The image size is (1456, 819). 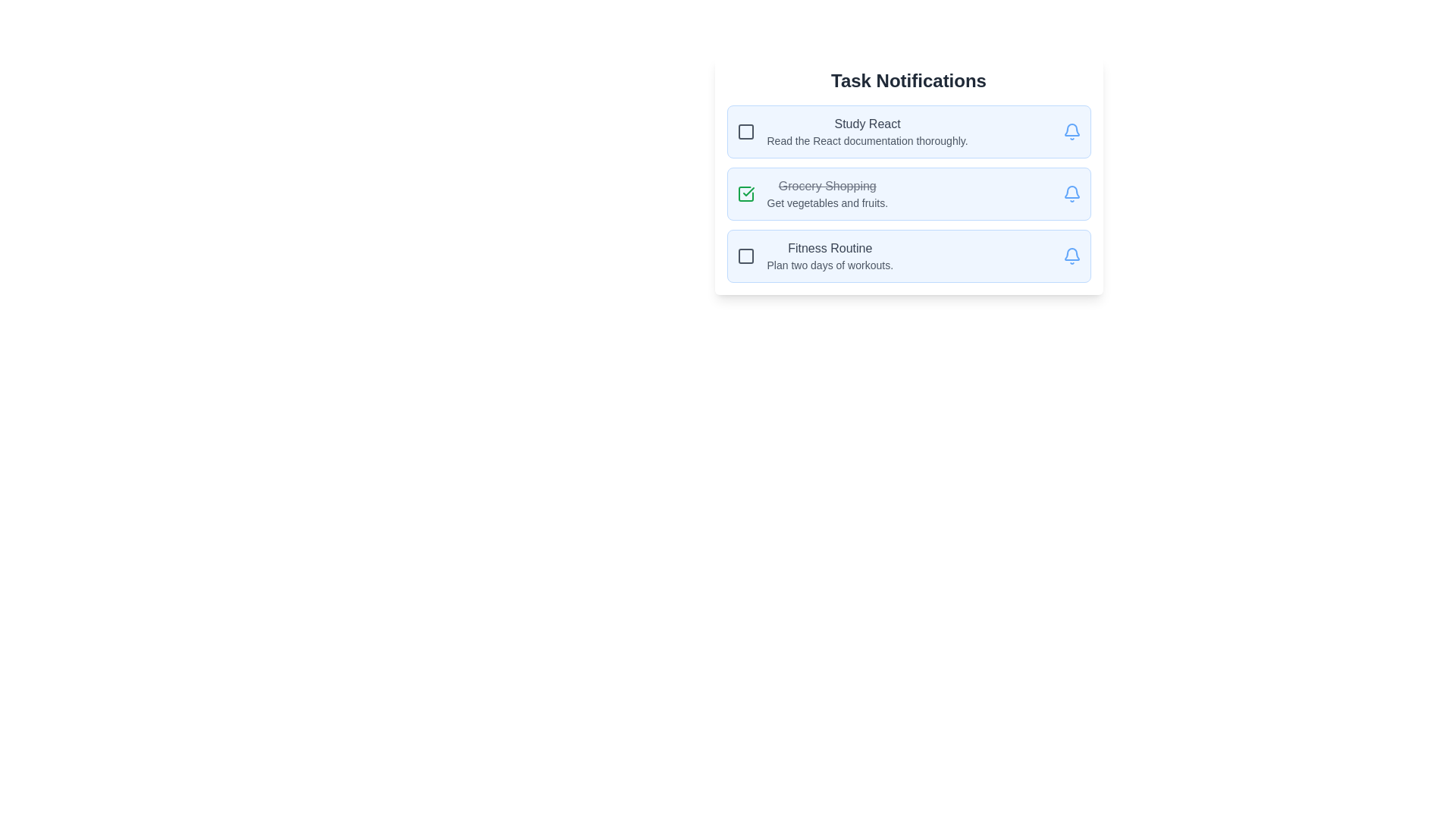 What do you see at coordinates (827, 193) in the screenshot?
I see `text content of the text label that displays 'Grocery Shopping' with a line-through styling and the details 'Get vegetables and fruits.' located in the second row under 'Task Notifications'` at bounding box center [827, 193].